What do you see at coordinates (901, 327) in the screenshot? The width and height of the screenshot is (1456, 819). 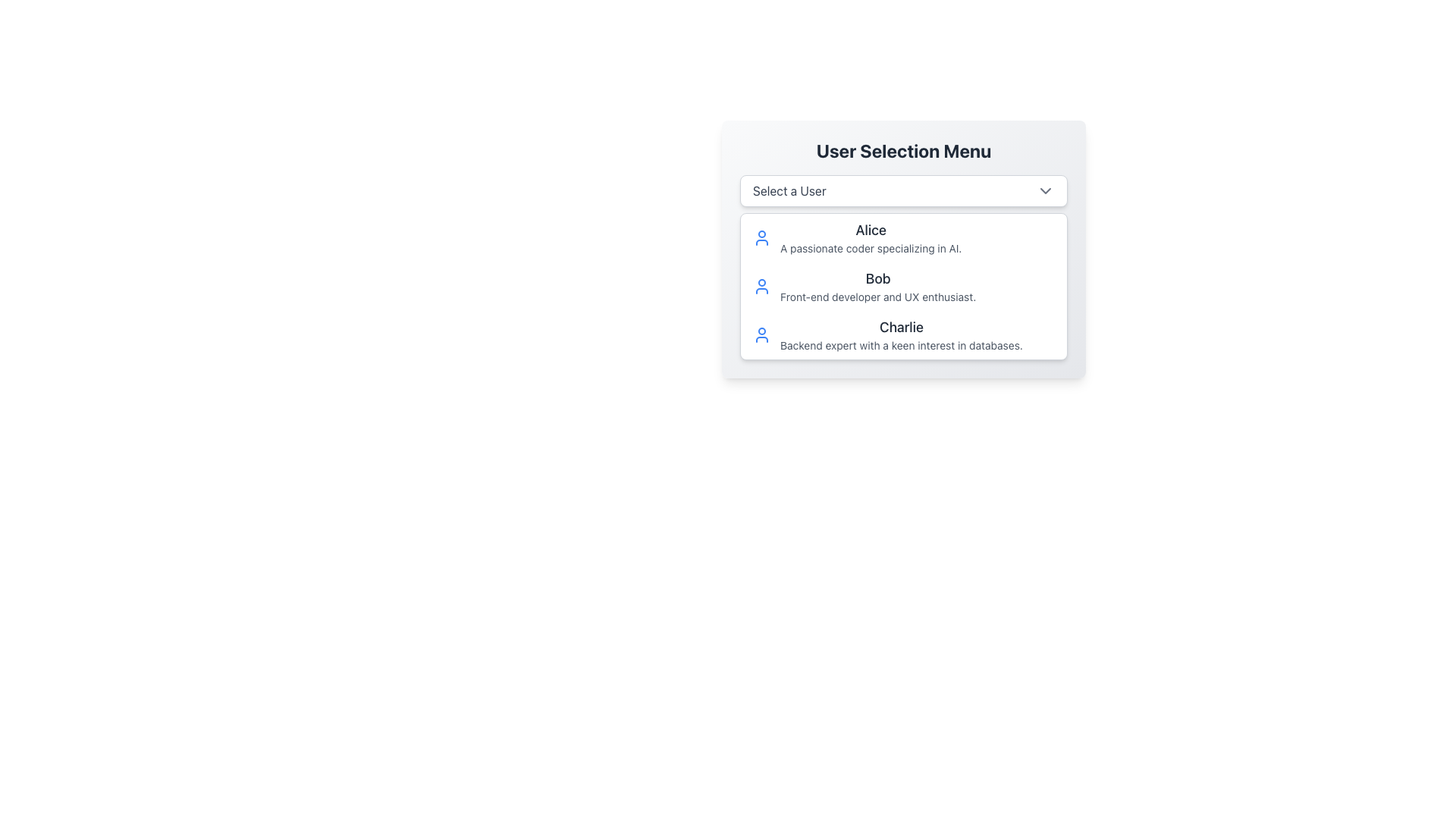 I see `text label displaying the name 'Charlie' in bold and dark gray located in the third row of the user selection interface` at bounding box center [901, 327].